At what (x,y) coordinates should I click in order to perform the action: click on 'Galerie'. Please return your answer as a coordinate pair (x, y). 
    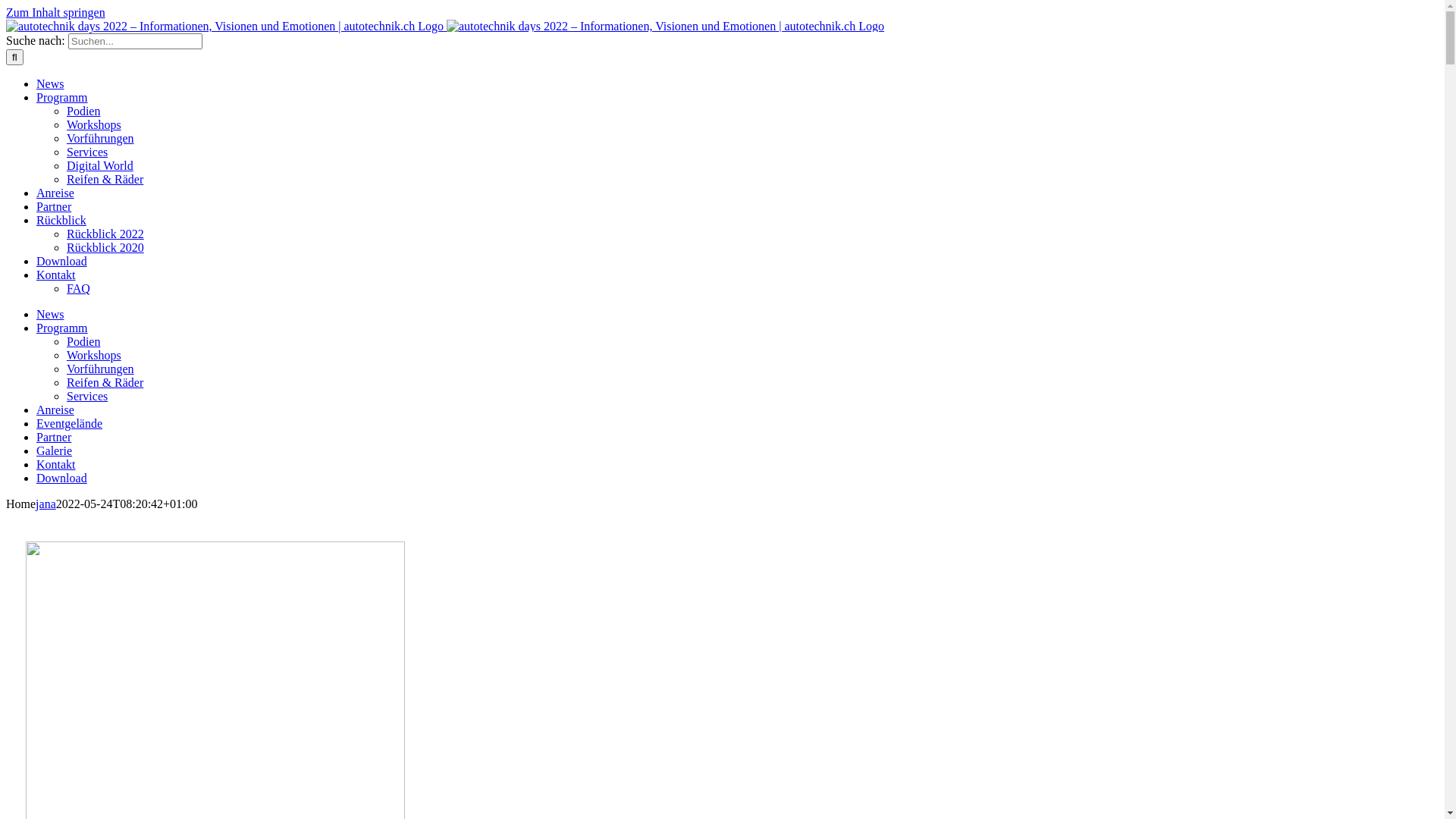
    Looking at the image, I should click on (36, 450).